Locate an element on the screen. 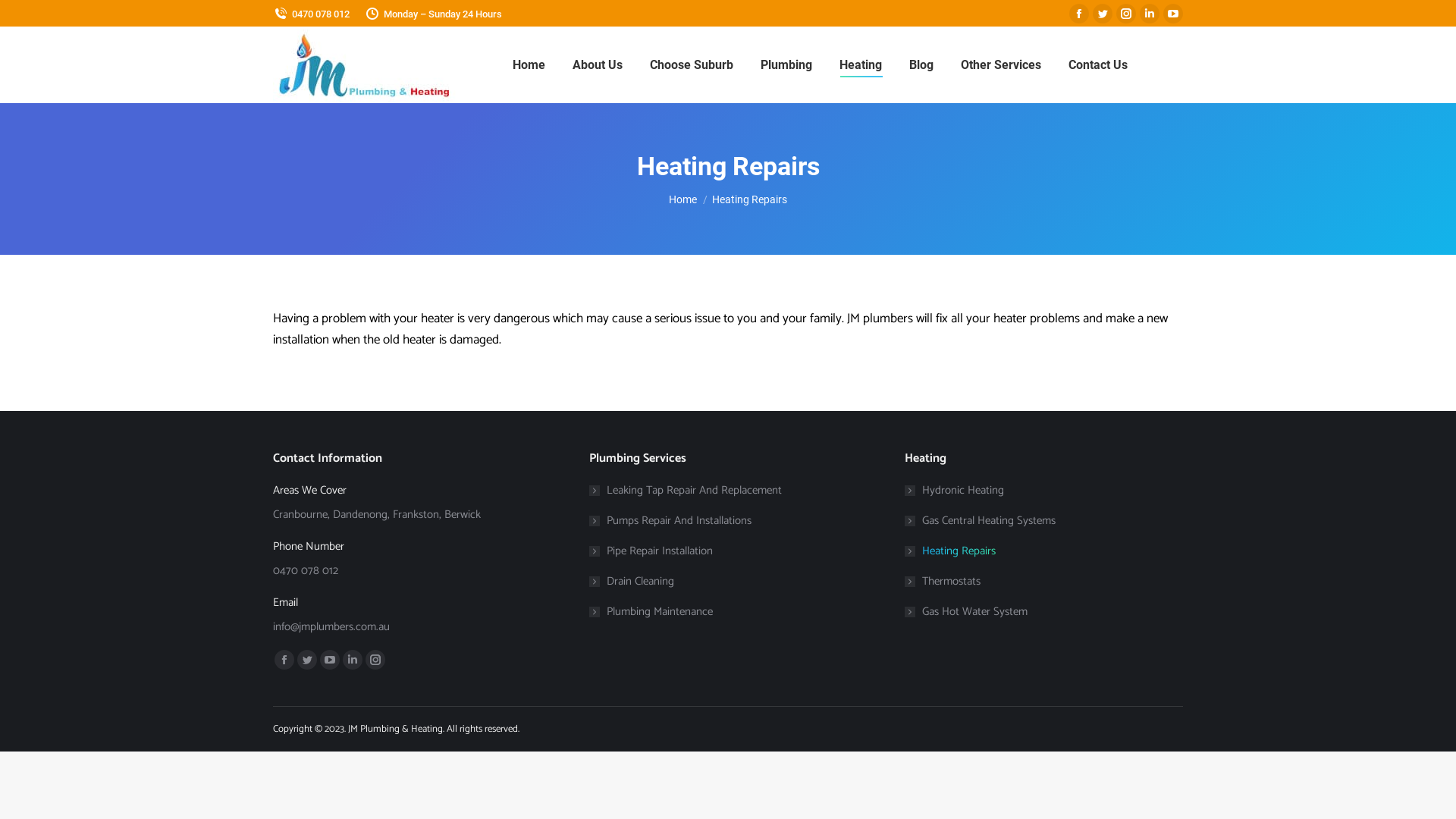 The height and width of the screenshot is (819, 1456). 'Pumps Repair And Installations' is located at coordinates (669, 519).